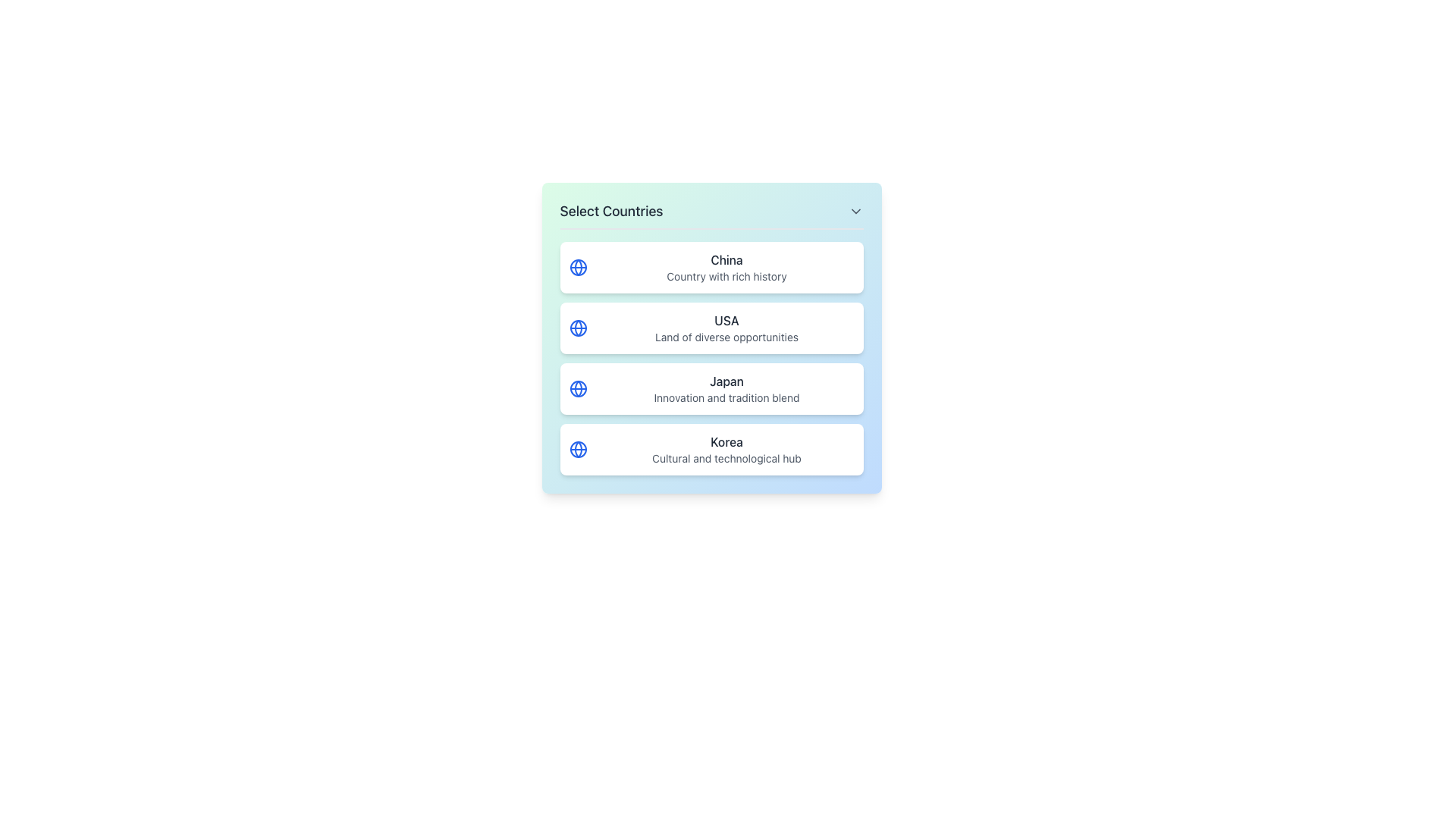 This screenshot has width=1456, height=819. Describe the element at coordinates (726, 327) in the screenshot. I see `the selectable list item for 'USA' which displays the text 'USA' in bold and larger font along with 'Land of diverse opportunities' in a smaller font, located in the second row of a vertical list on a light blue panel` at that location.